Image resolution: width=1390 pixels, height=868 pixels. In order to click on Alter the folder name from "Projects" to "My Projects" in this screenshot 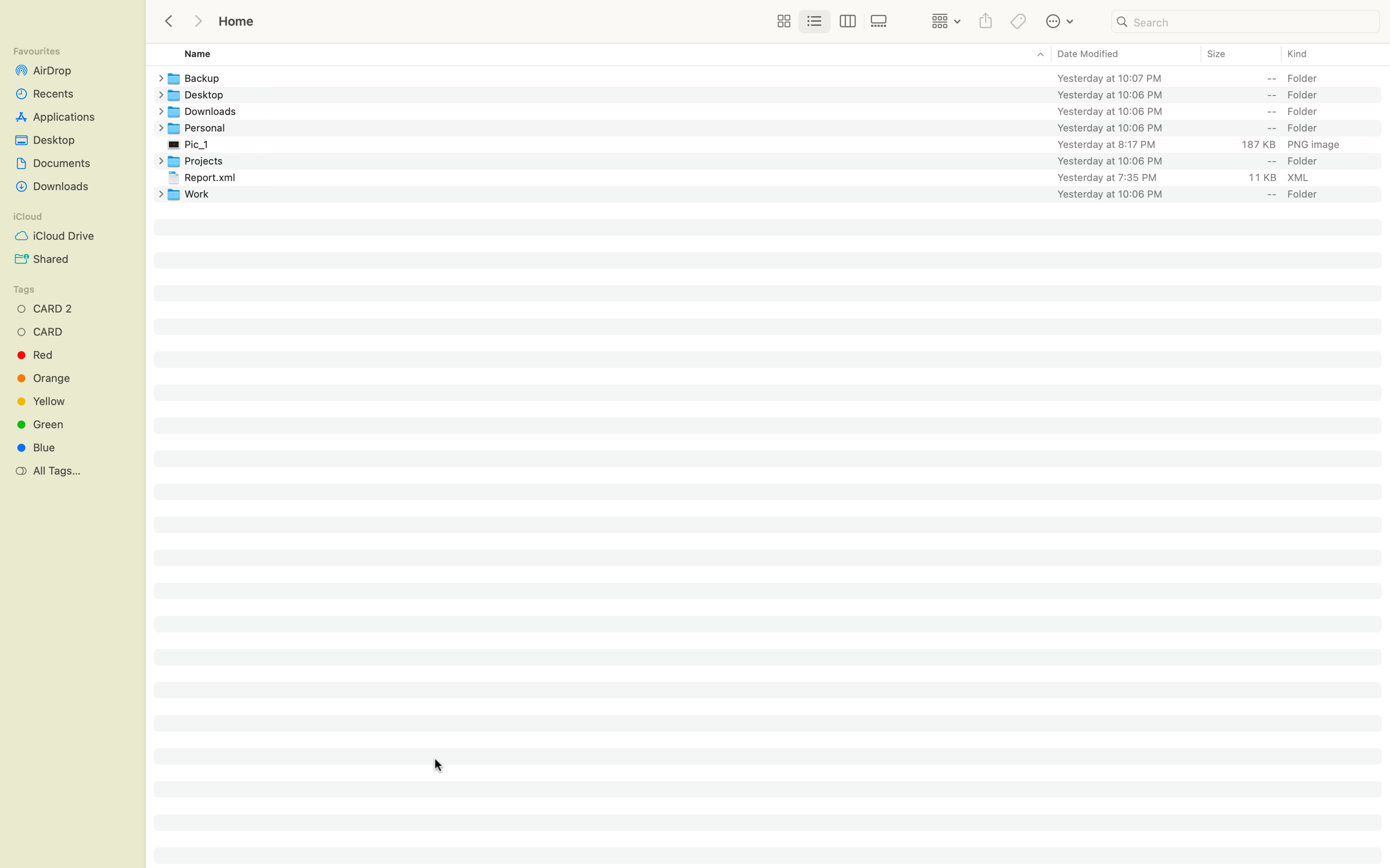, I will do `click(778, 160)`.